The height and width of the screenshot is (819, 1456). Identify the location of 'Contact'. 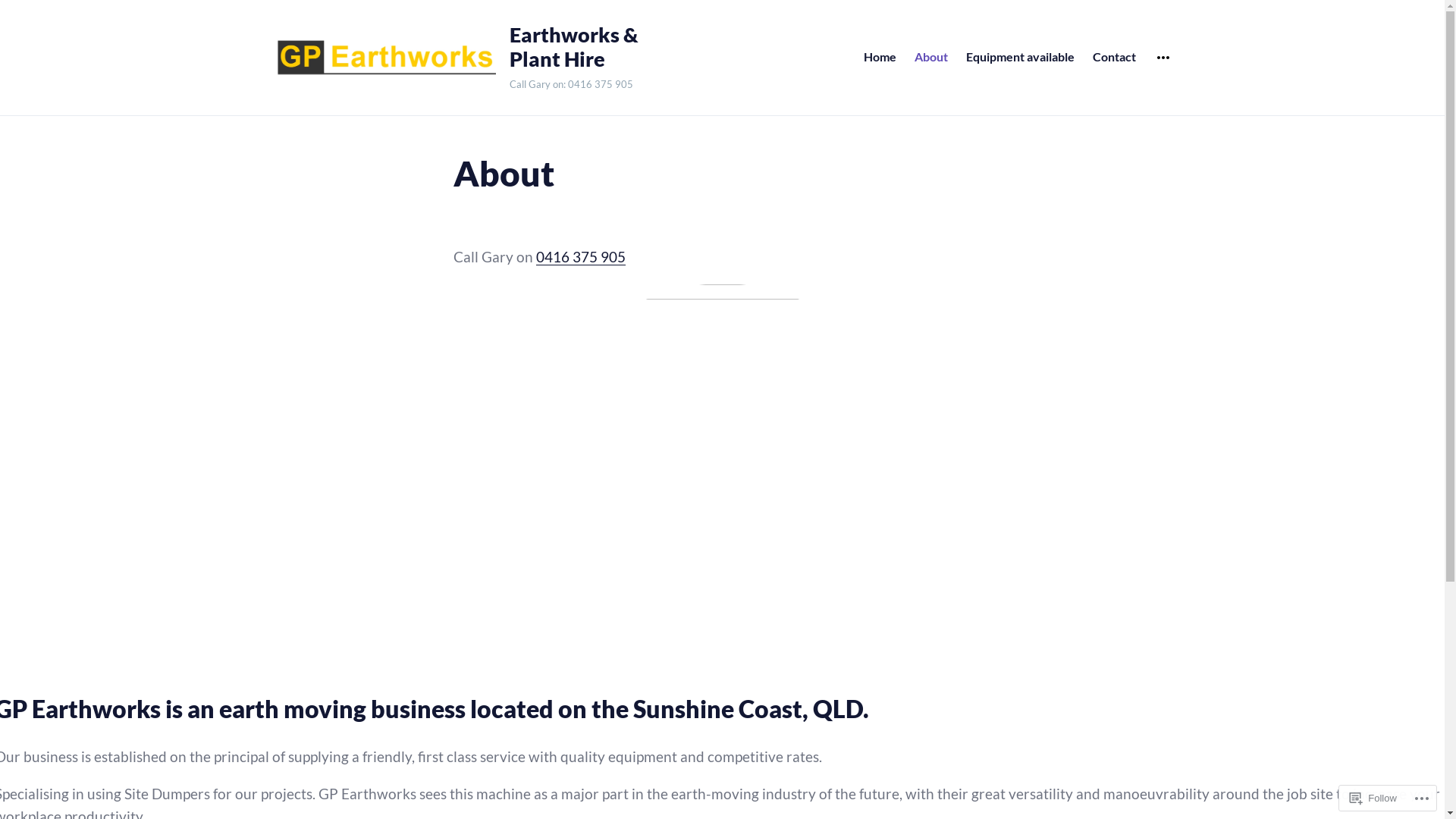
(1114, 56).